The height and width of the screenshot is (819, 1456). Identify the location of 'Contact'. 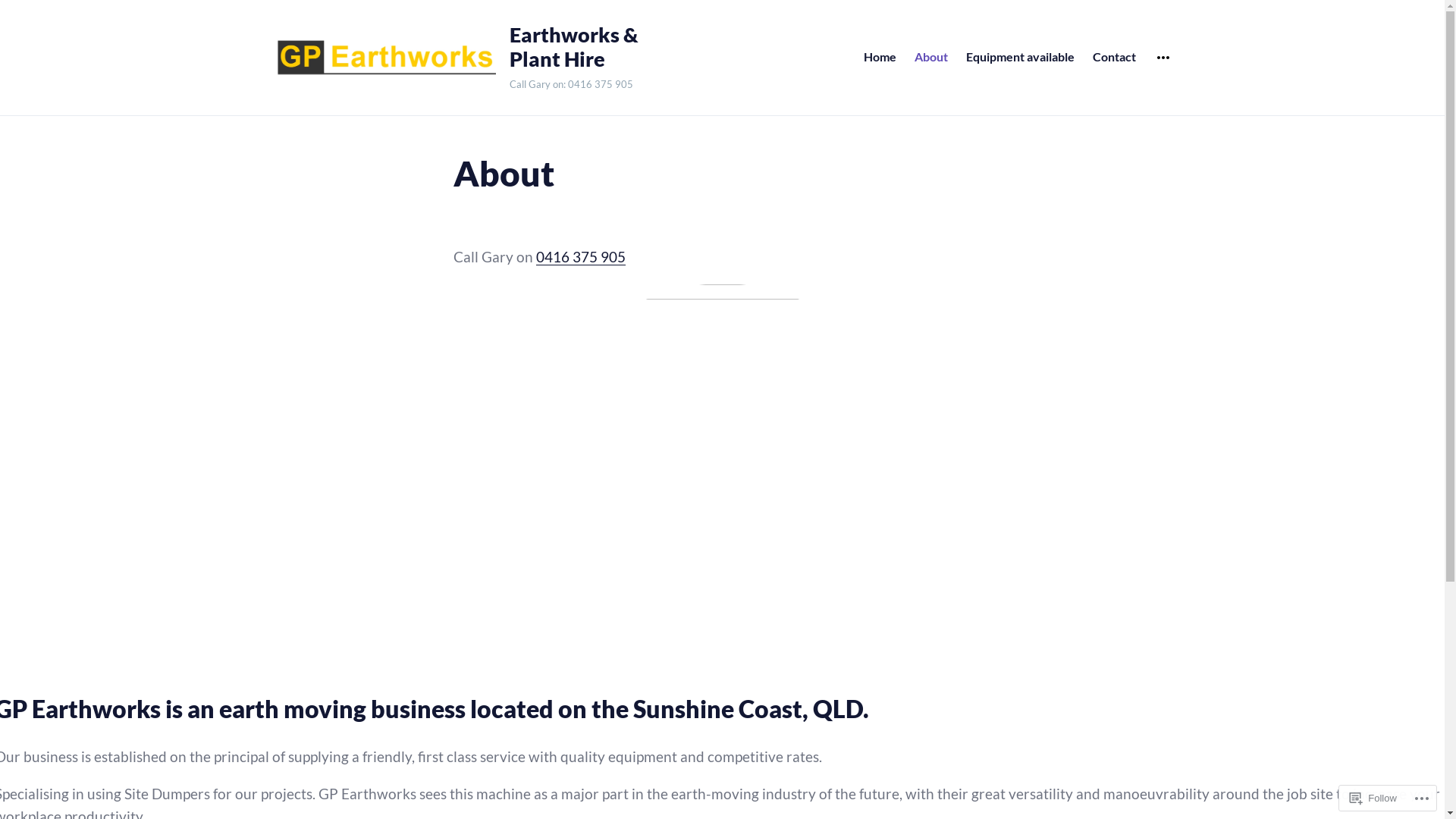
(1114, 56).